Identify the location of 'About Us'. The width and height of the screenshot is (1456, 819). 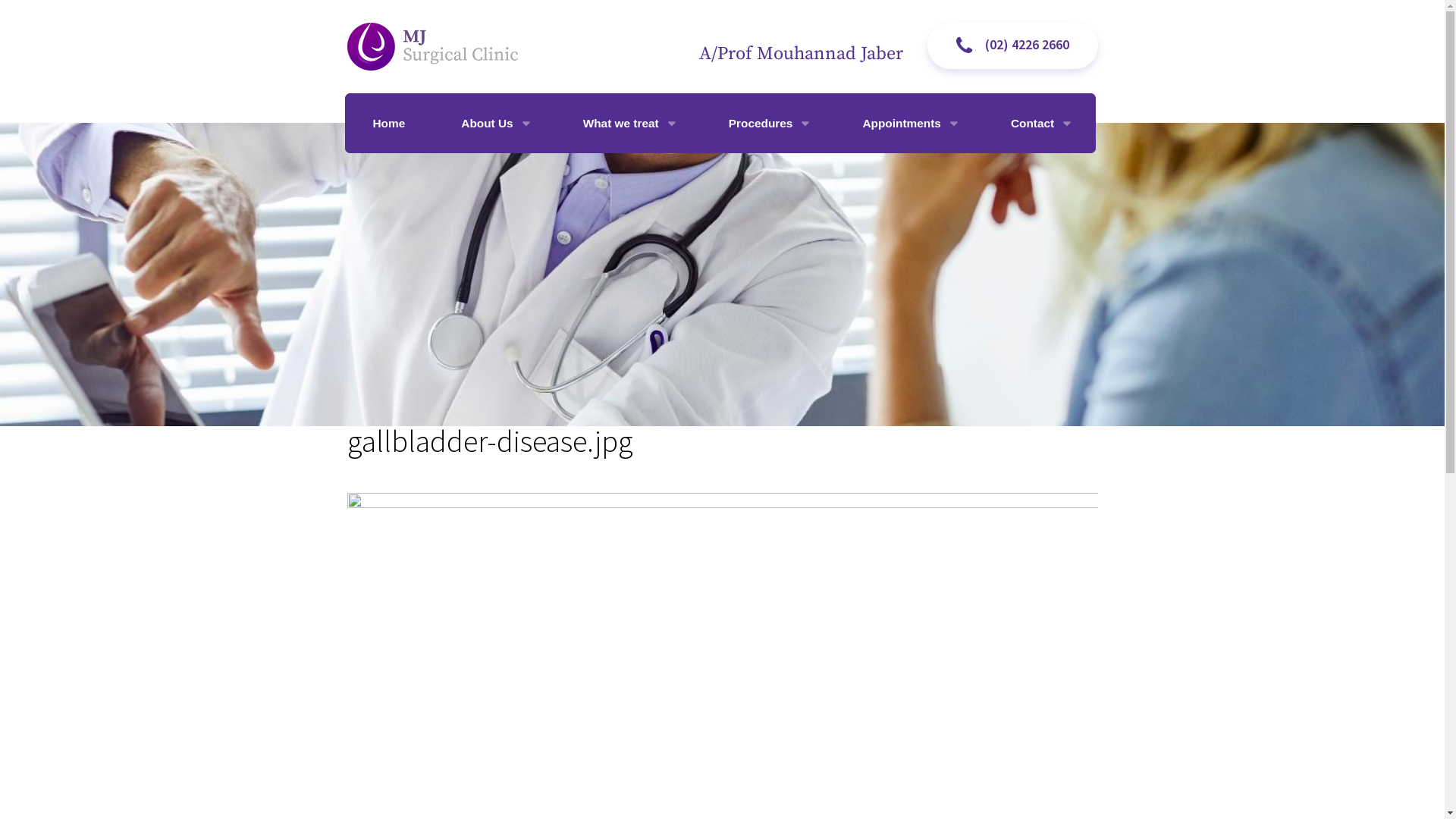
(494, 122).